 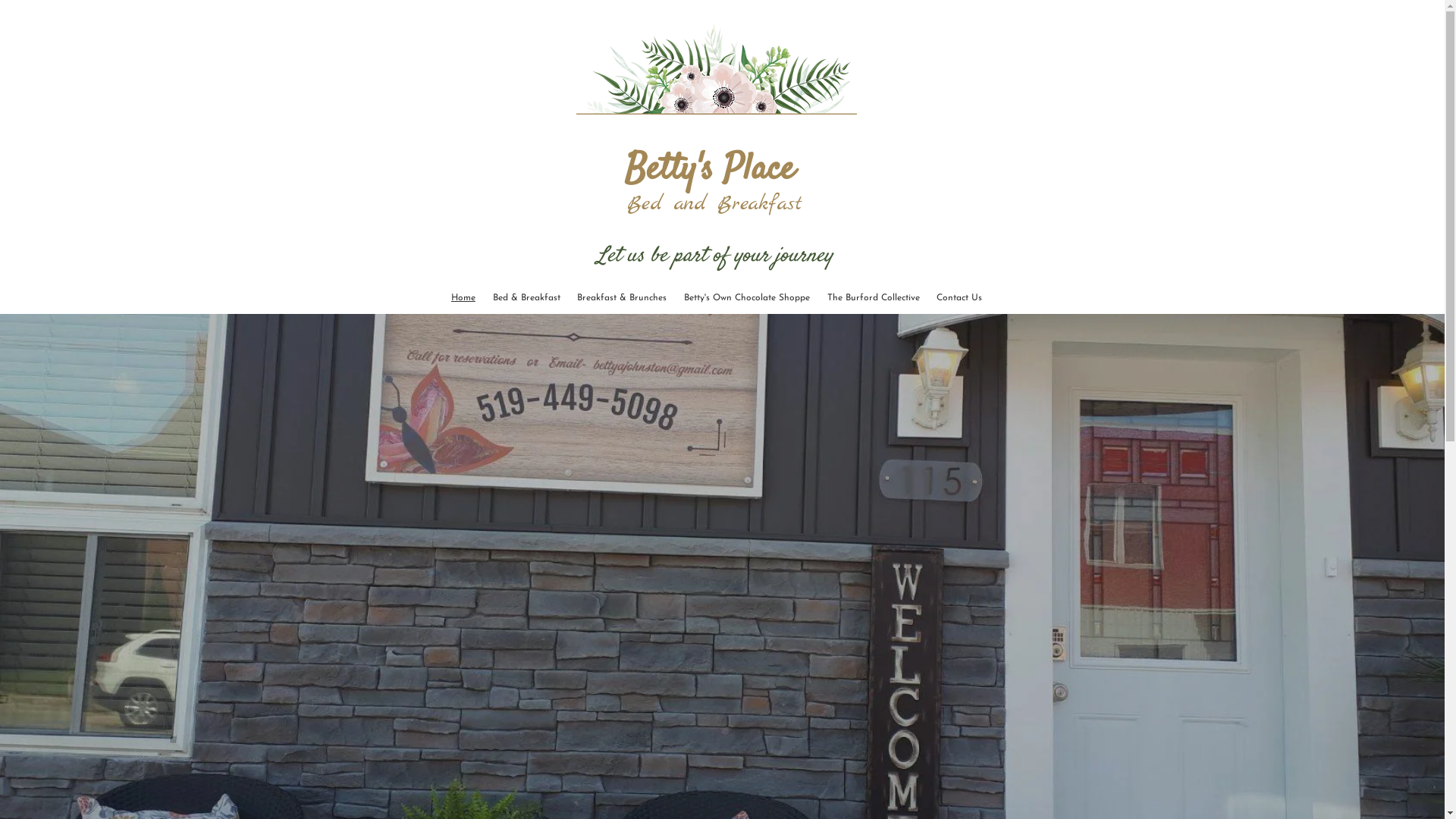 I want to click on 'Breakfast & Brunches', so click(x=622, y=298).